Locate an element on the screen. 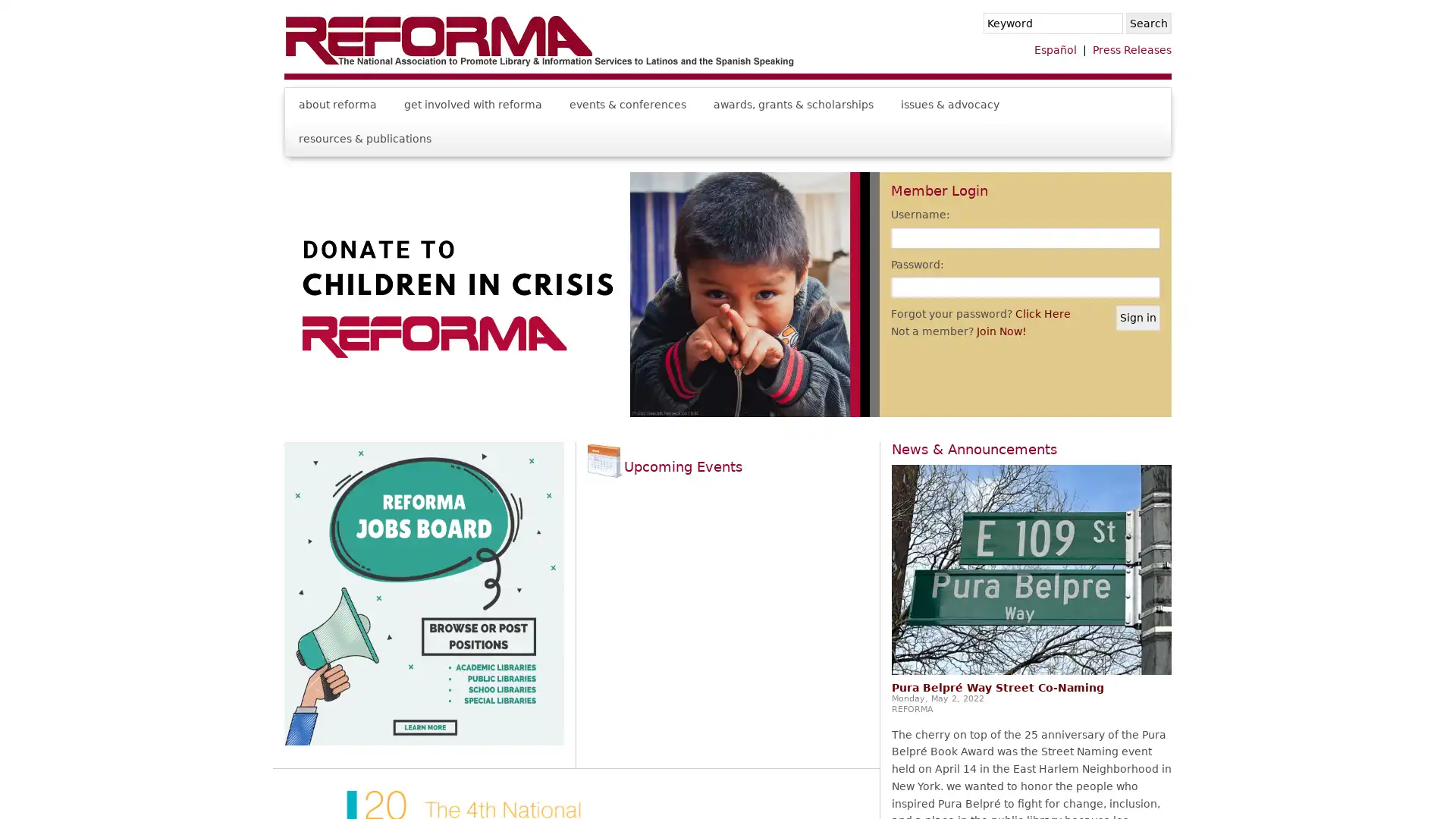 This screenshot has width=1456, height=819. Search is located at coordinates (1149, 23).